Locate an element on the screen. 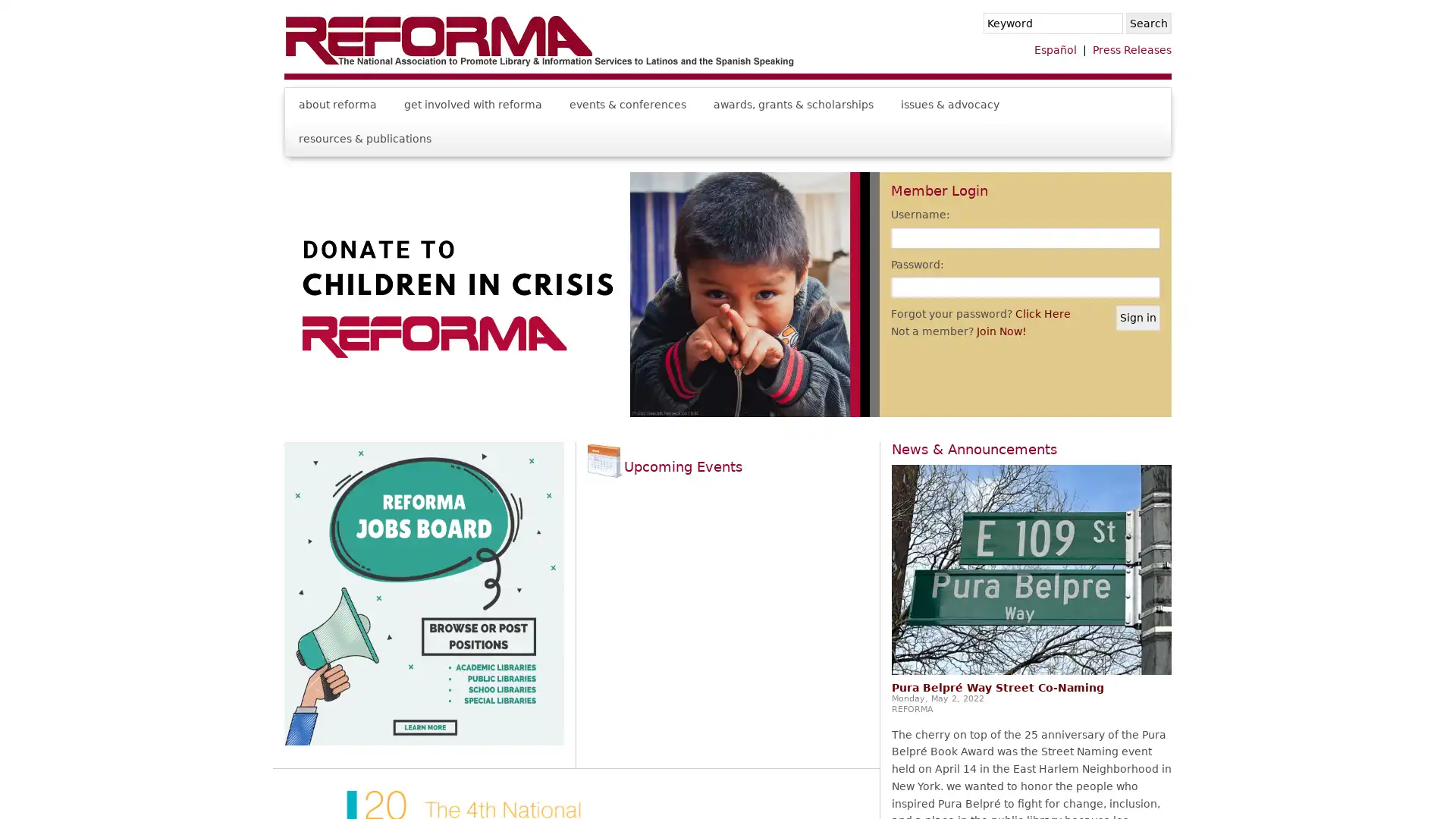 This screenshot has width=1456, height=819. Search is located at coordinates (1149, 23).